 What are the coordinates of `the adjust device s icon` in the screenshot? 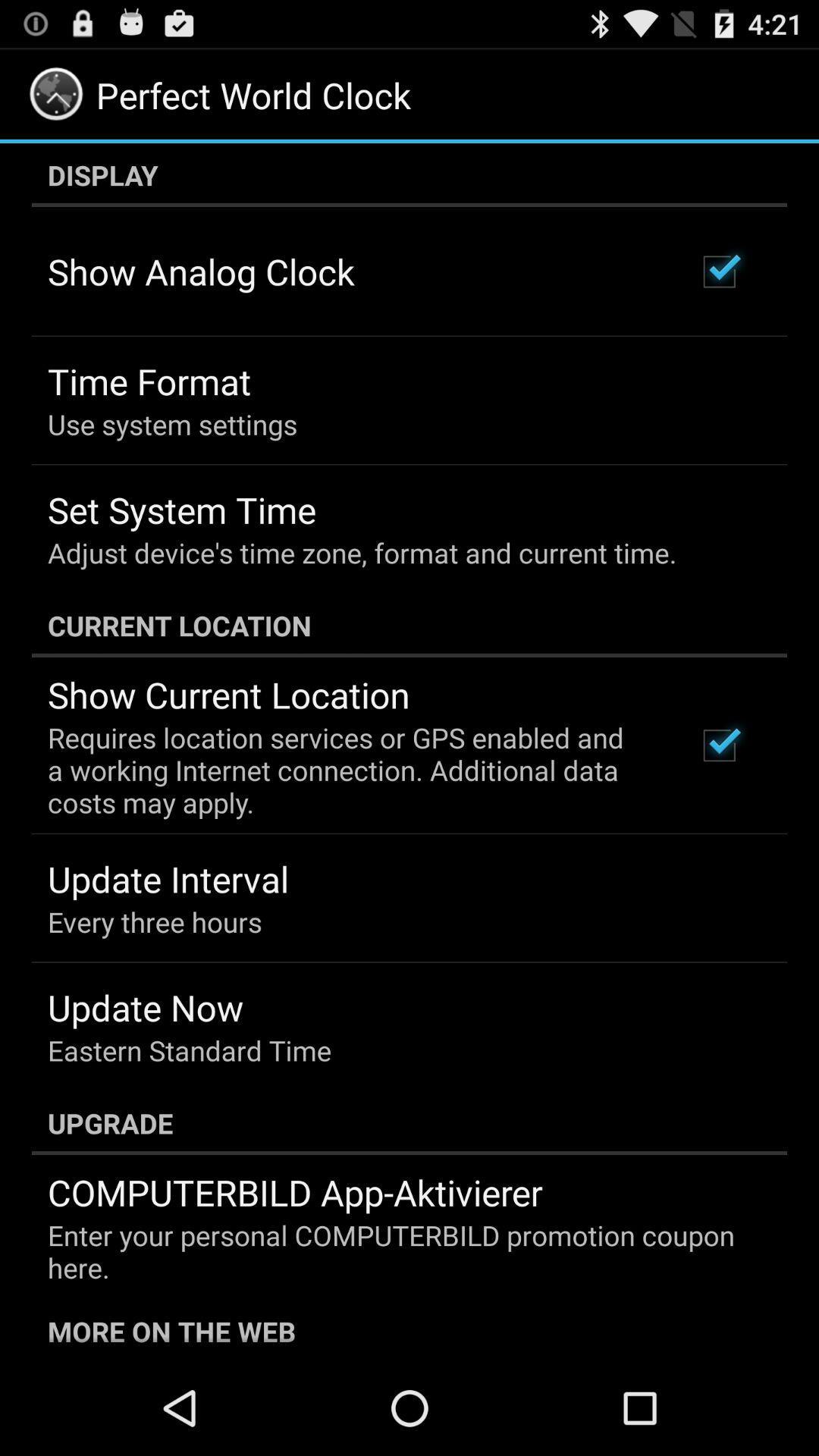 It's located at (362, 552).